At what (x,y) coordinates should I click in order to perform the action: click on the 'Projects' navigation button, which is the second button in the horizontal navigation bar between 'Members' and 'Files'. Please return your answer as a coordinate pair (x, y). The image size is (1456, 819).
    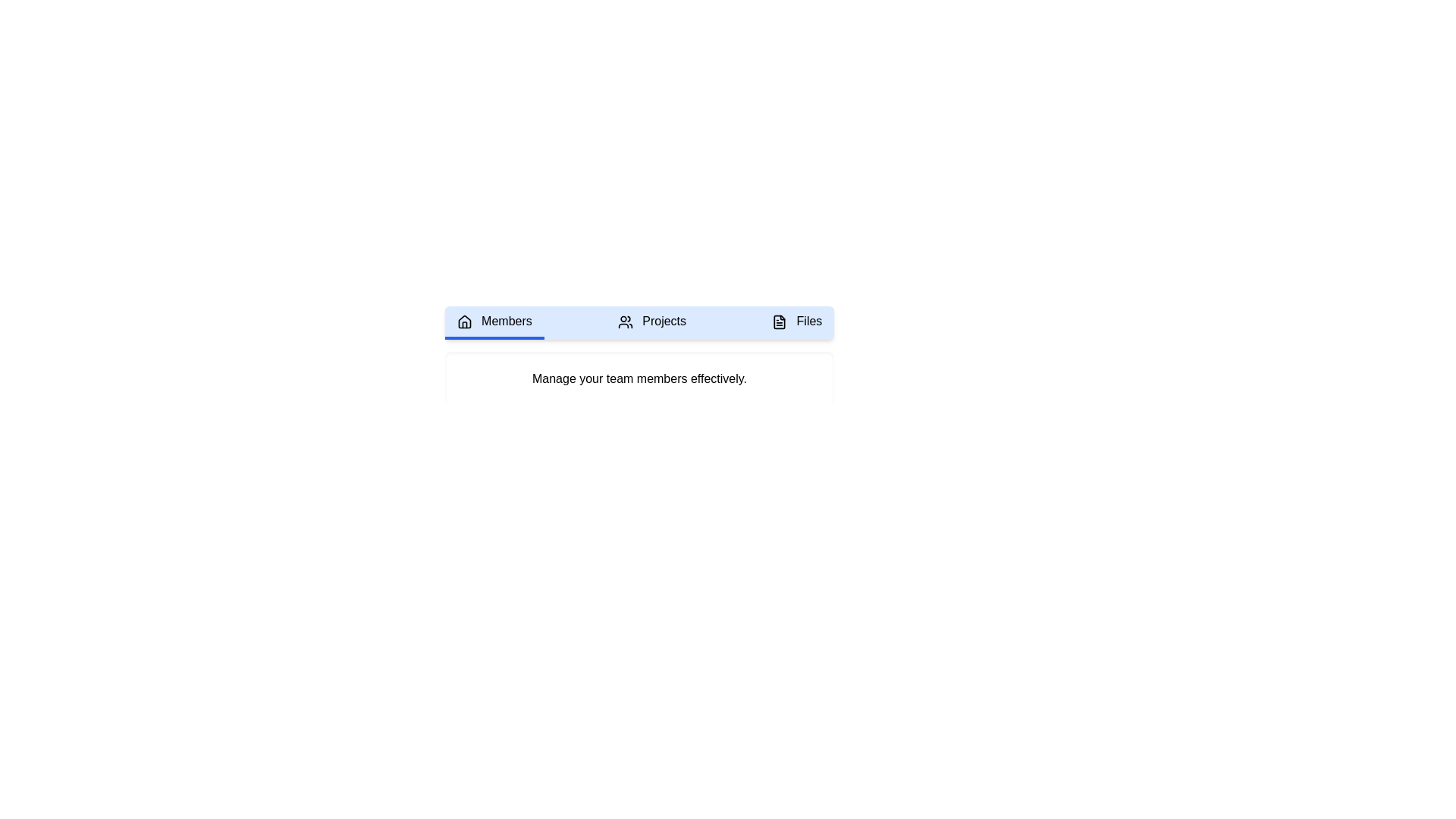
    Looking at the image, I should click on (651, 322).